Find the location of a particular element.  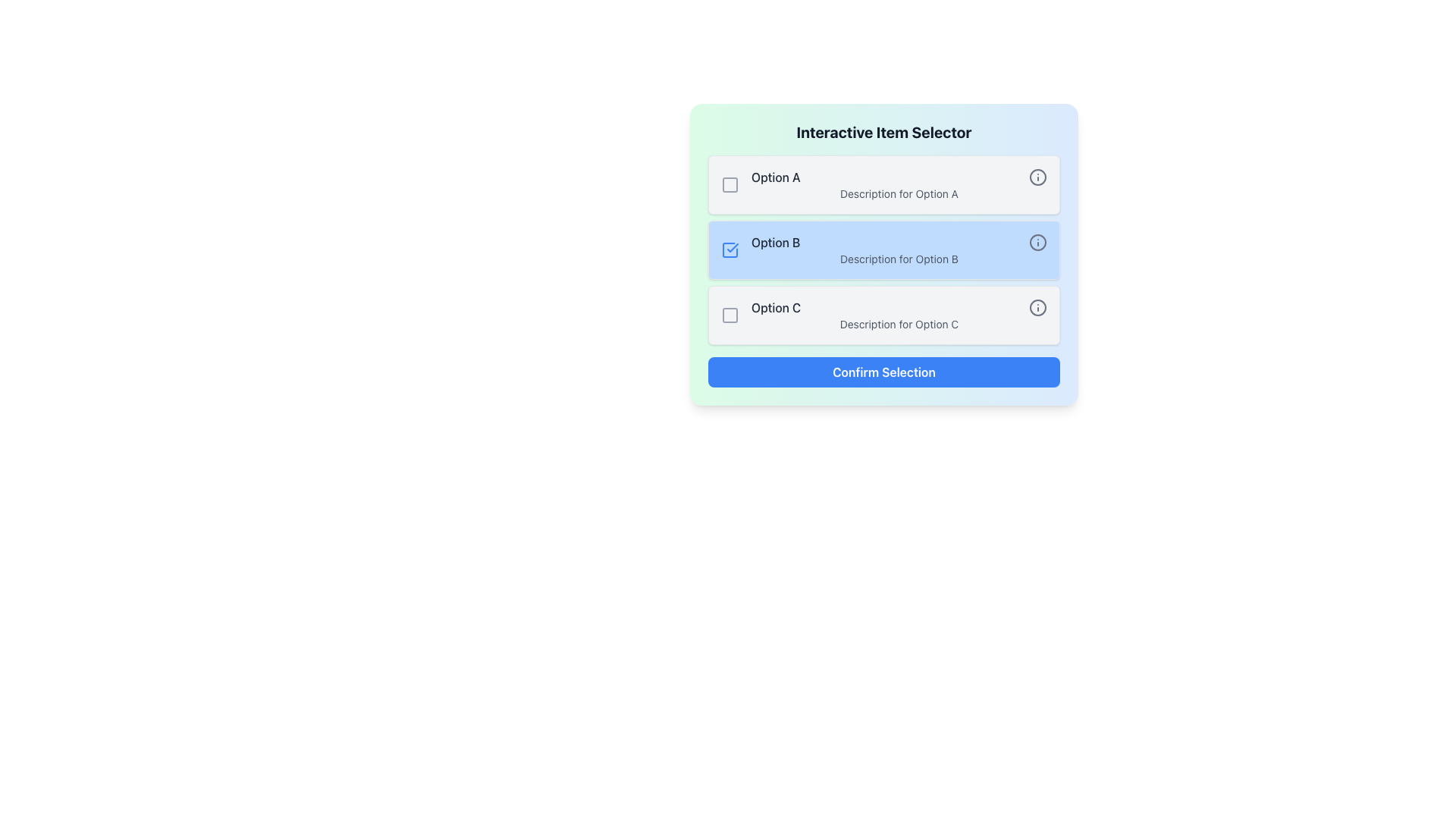

the text label displaying 'Option C' located in the third row of the 'Interactive Item Selector' card, positioned to the left of a descriptive text and an info icon is located at coordinates (776, 307).